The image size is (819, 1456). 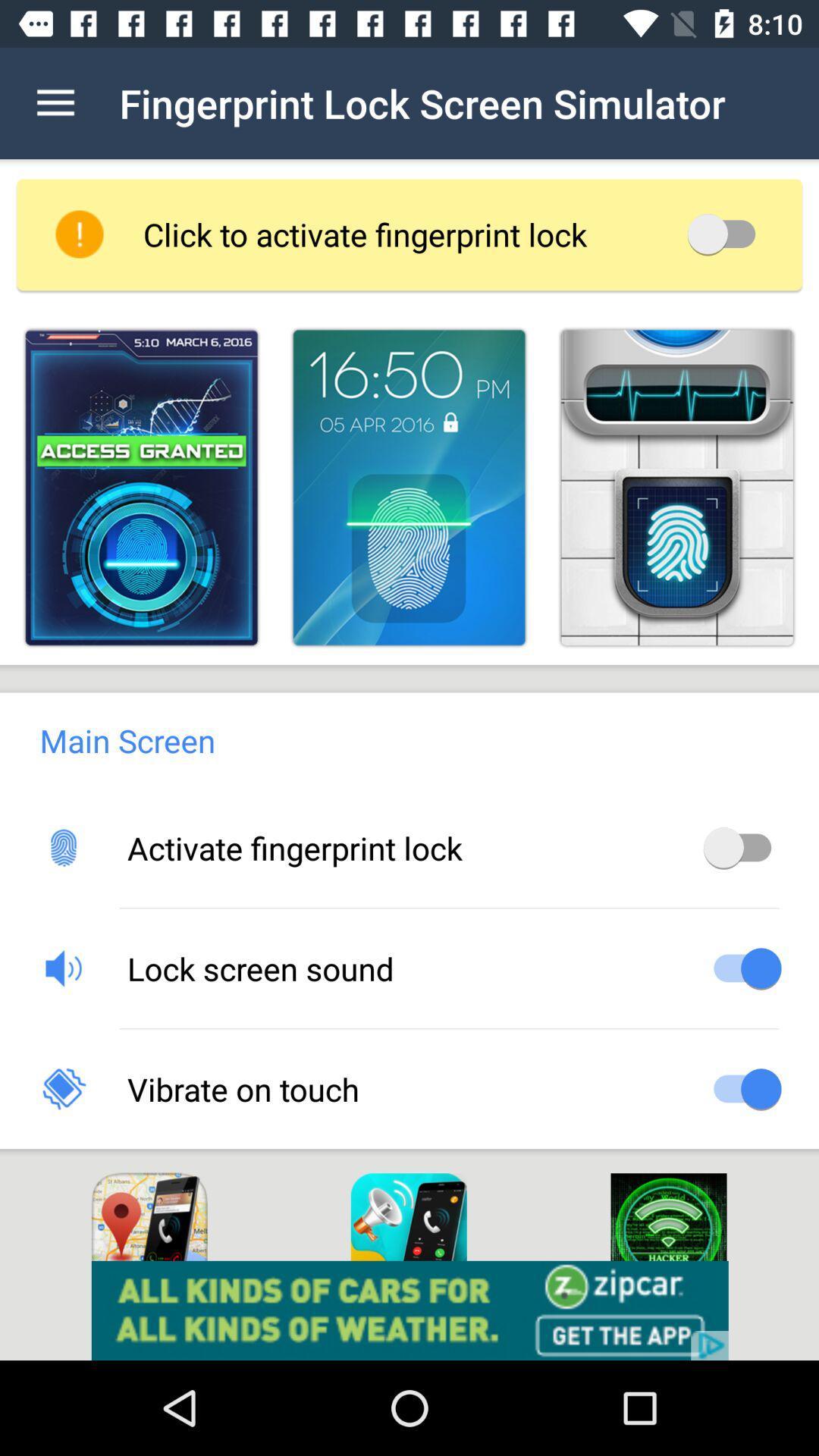 I want to click on on off button, so click(x=742, y=967).